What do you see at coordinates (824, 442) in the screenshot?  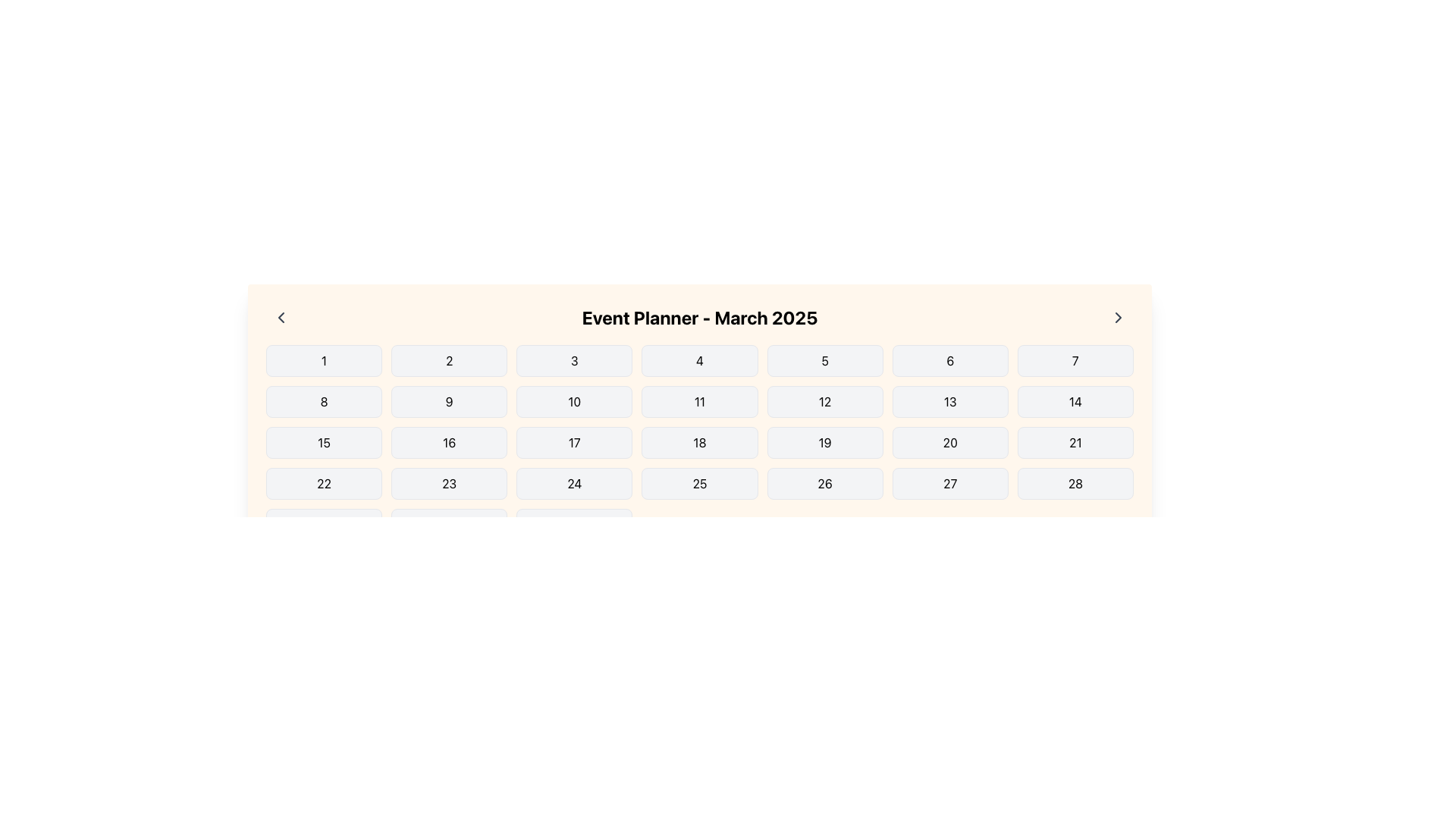 I see `the number '19' in the calendar grid of the 'Event Planner - March 2025'` at bounding box center [824, 442].